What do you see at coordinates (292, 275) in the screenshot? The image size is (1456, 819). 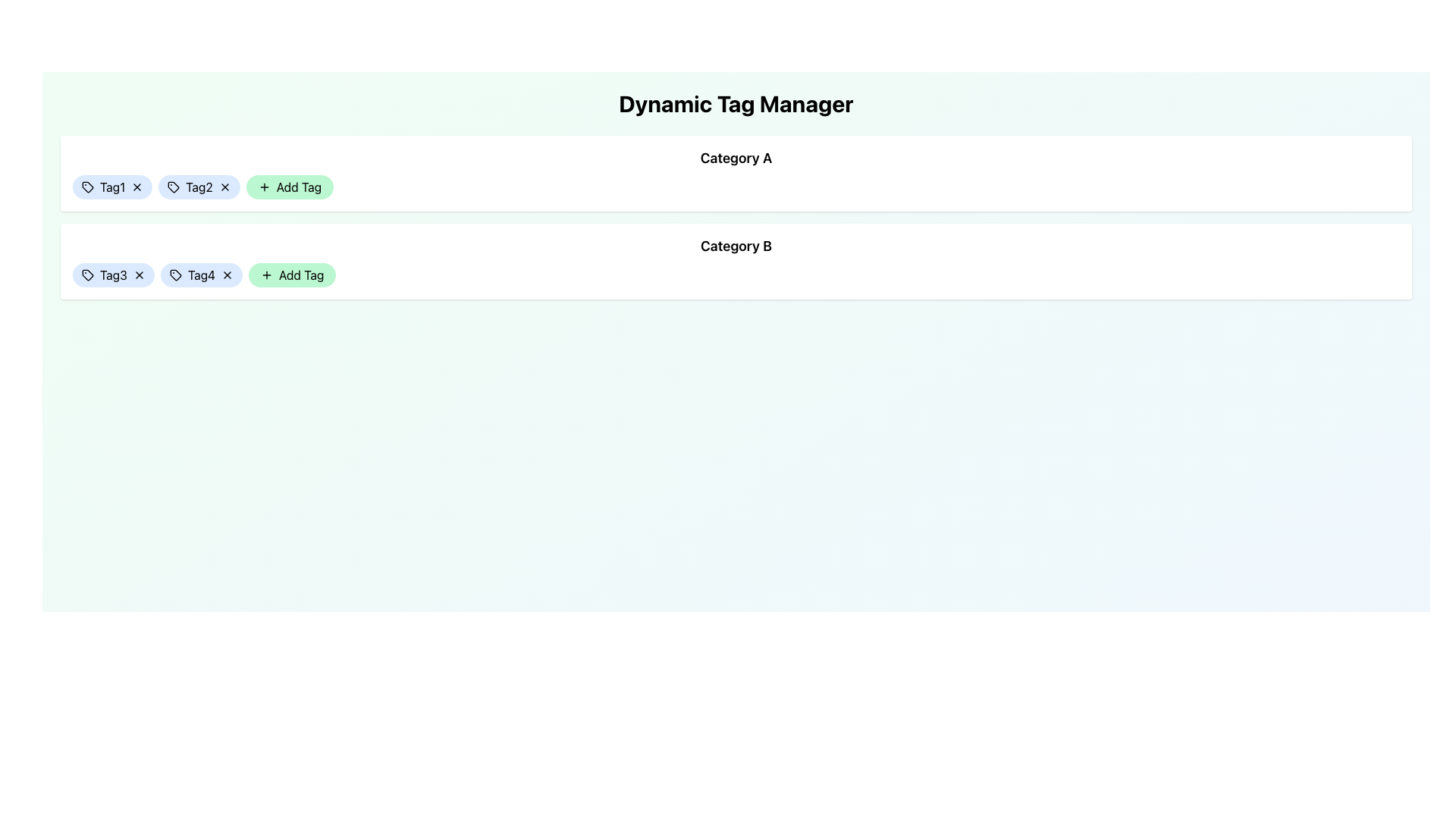 I see `the 'Add Tag' button, which is a green rectangular button with rounded corners and a plus sign icon` at bounding box center [292, 275].